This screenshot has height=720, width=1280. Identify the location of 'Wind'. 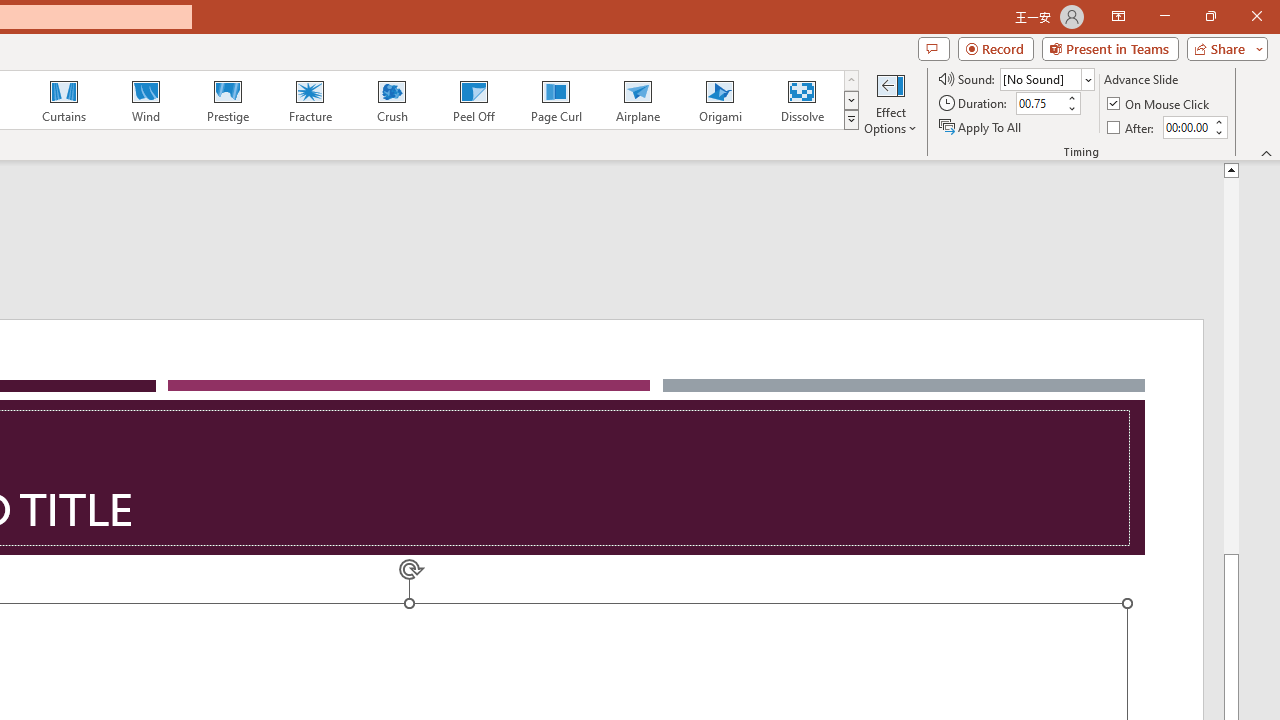
(144, 100).